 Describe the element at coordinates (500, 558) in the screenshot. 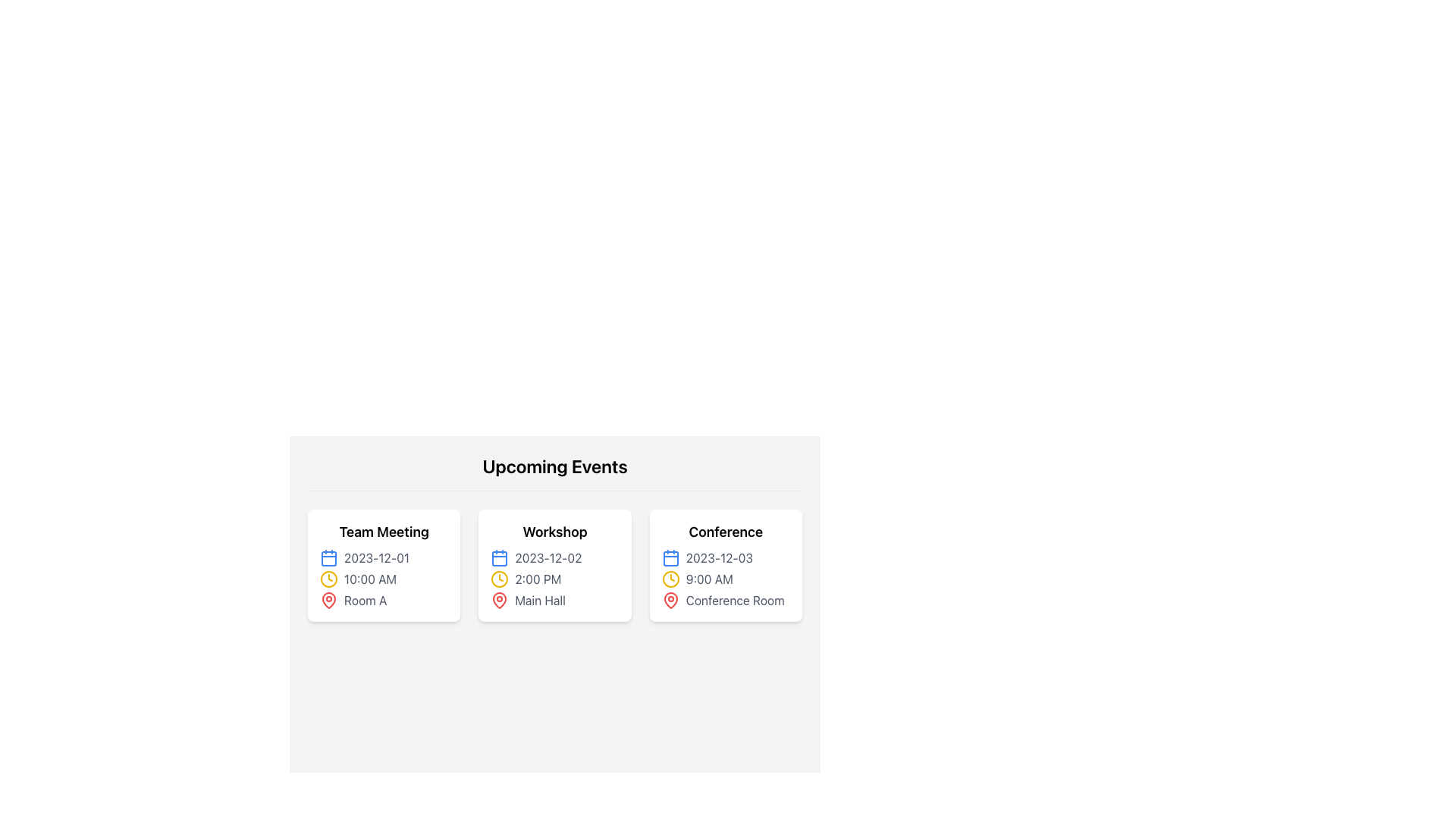

I see `the calendar icon located to the left of the date '2023-12-02' in the 'Workshop' card, which is positioned in the center of a three-column grid` at that location.